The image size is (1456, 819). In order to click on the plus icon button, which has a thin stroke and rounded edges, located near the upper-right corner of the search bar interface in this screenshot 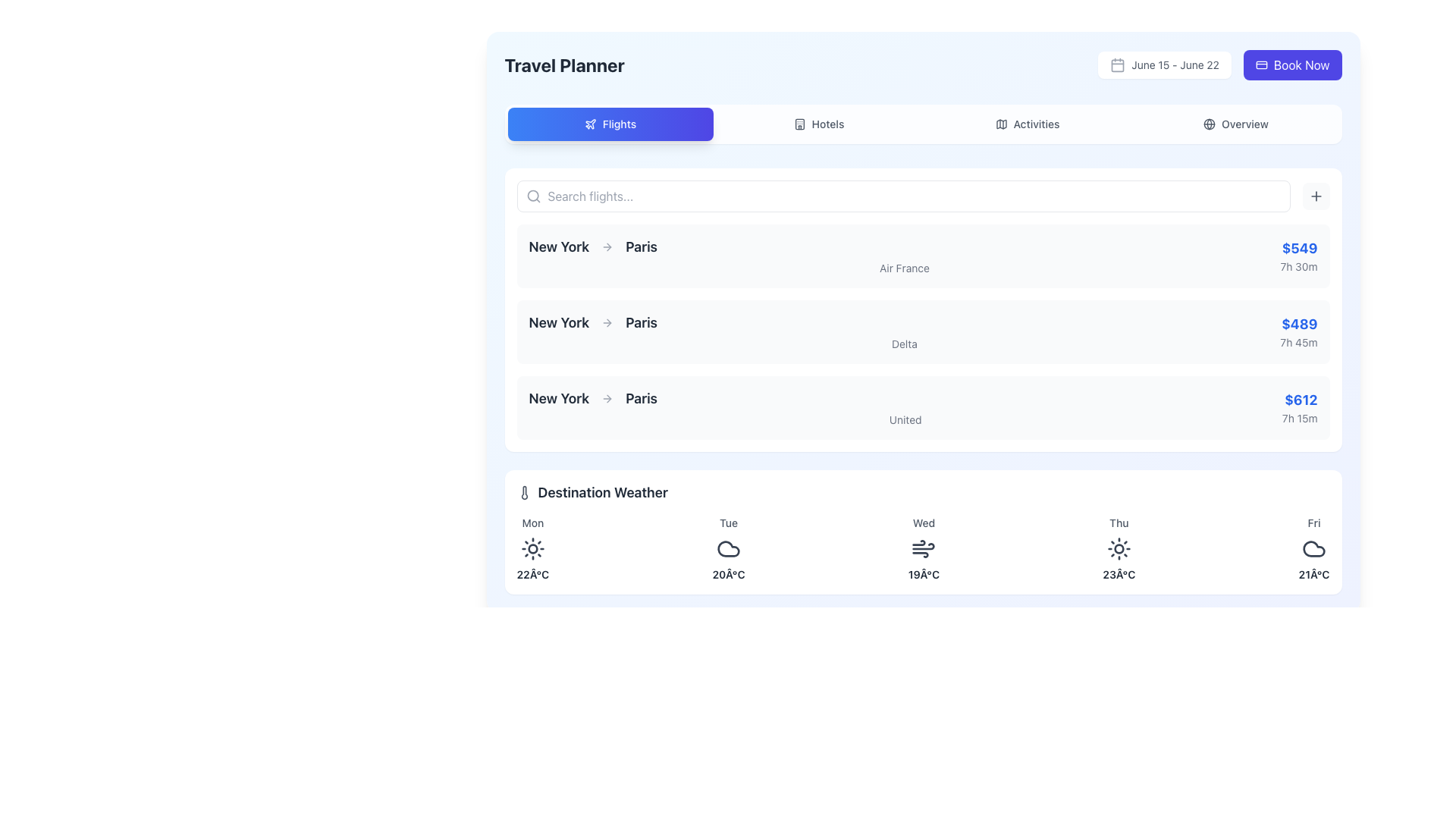, I will do `click(1315, 195)`.